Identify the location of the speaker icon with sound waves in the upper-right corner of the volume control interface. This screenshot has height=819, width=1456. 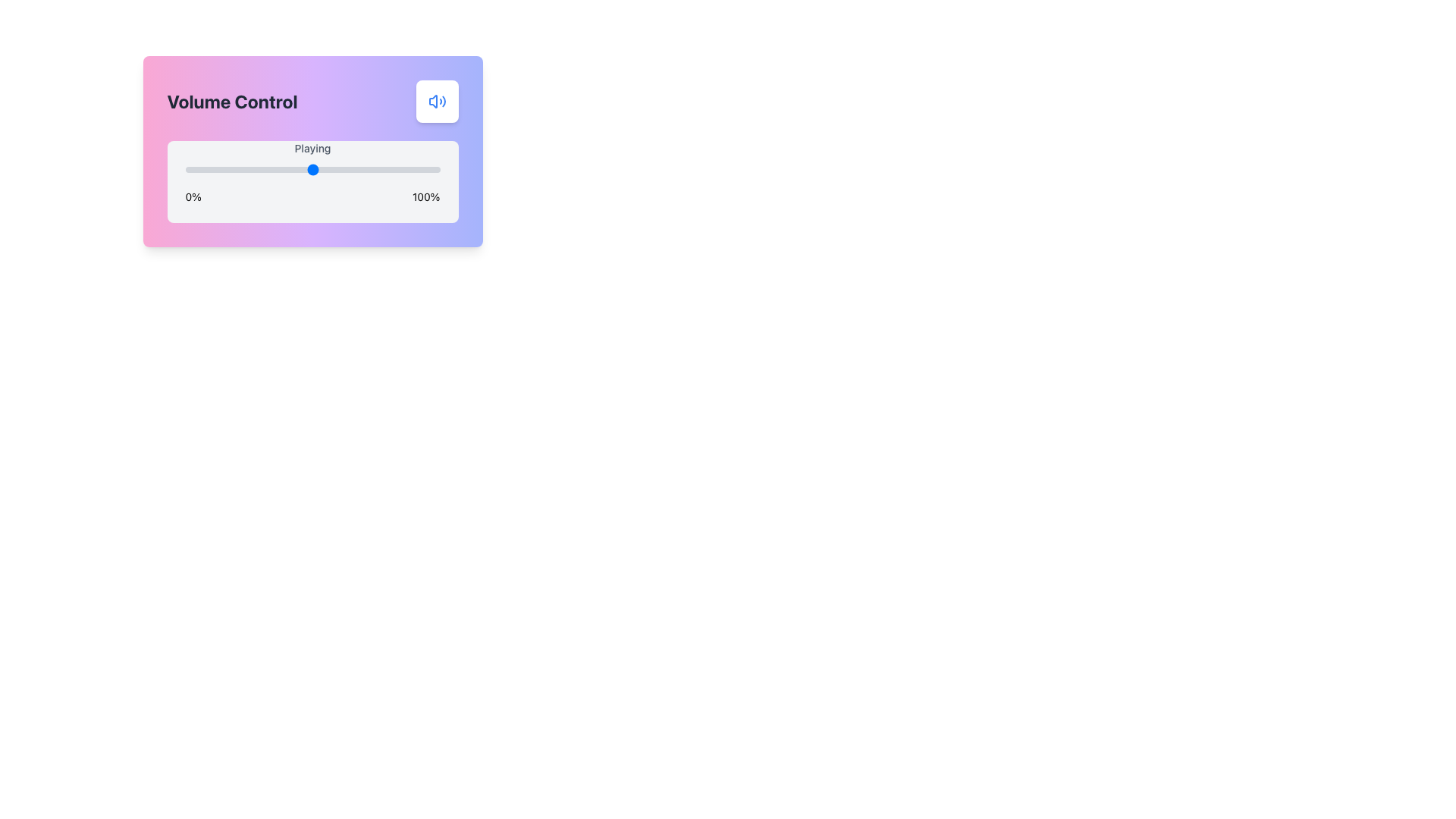
(432, 102).